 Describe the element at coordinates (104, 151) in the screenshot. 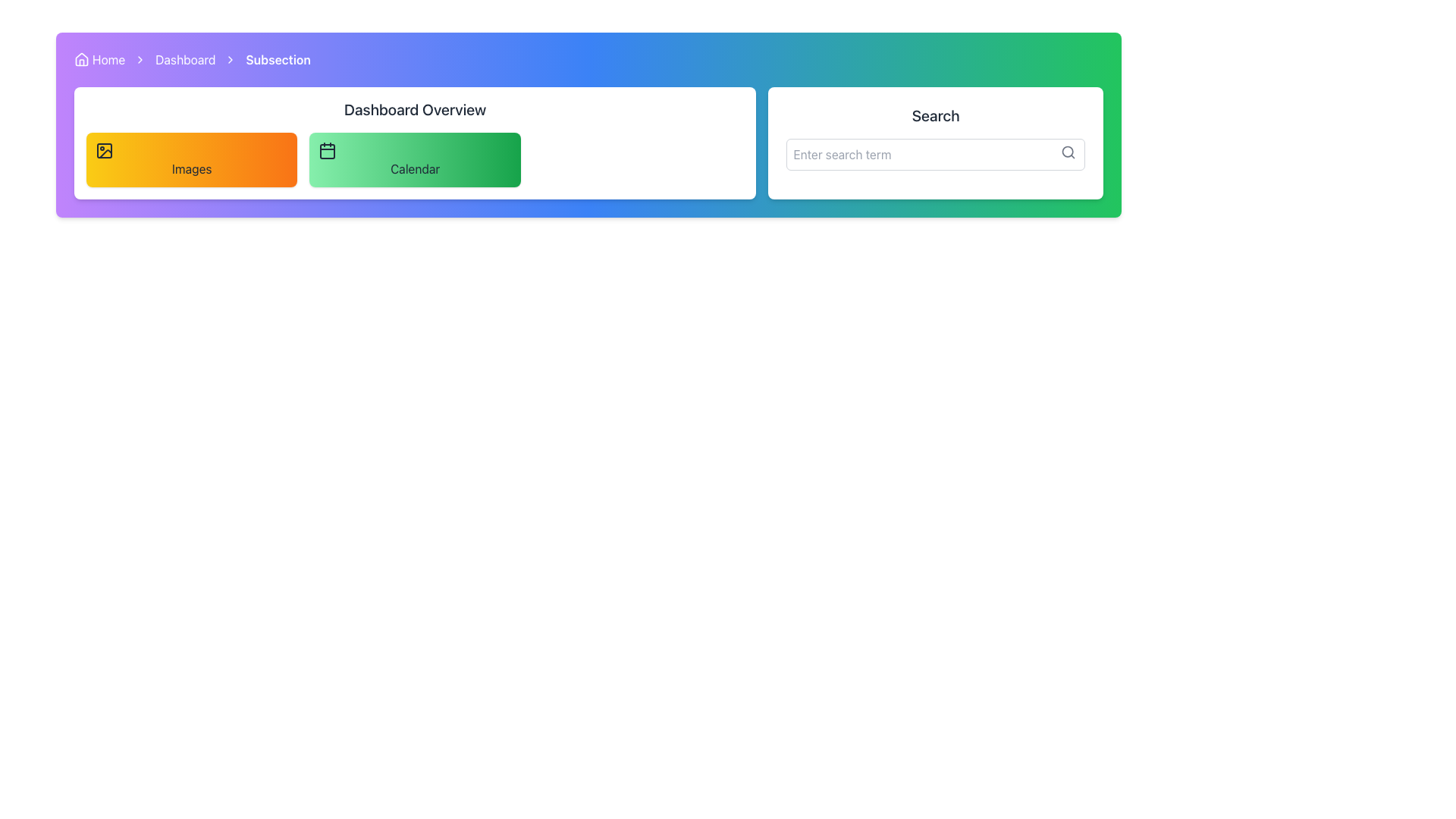

I see `picture frame icon located within the yellow background of the 'Images' button in the top left corner of the UI` at that location.